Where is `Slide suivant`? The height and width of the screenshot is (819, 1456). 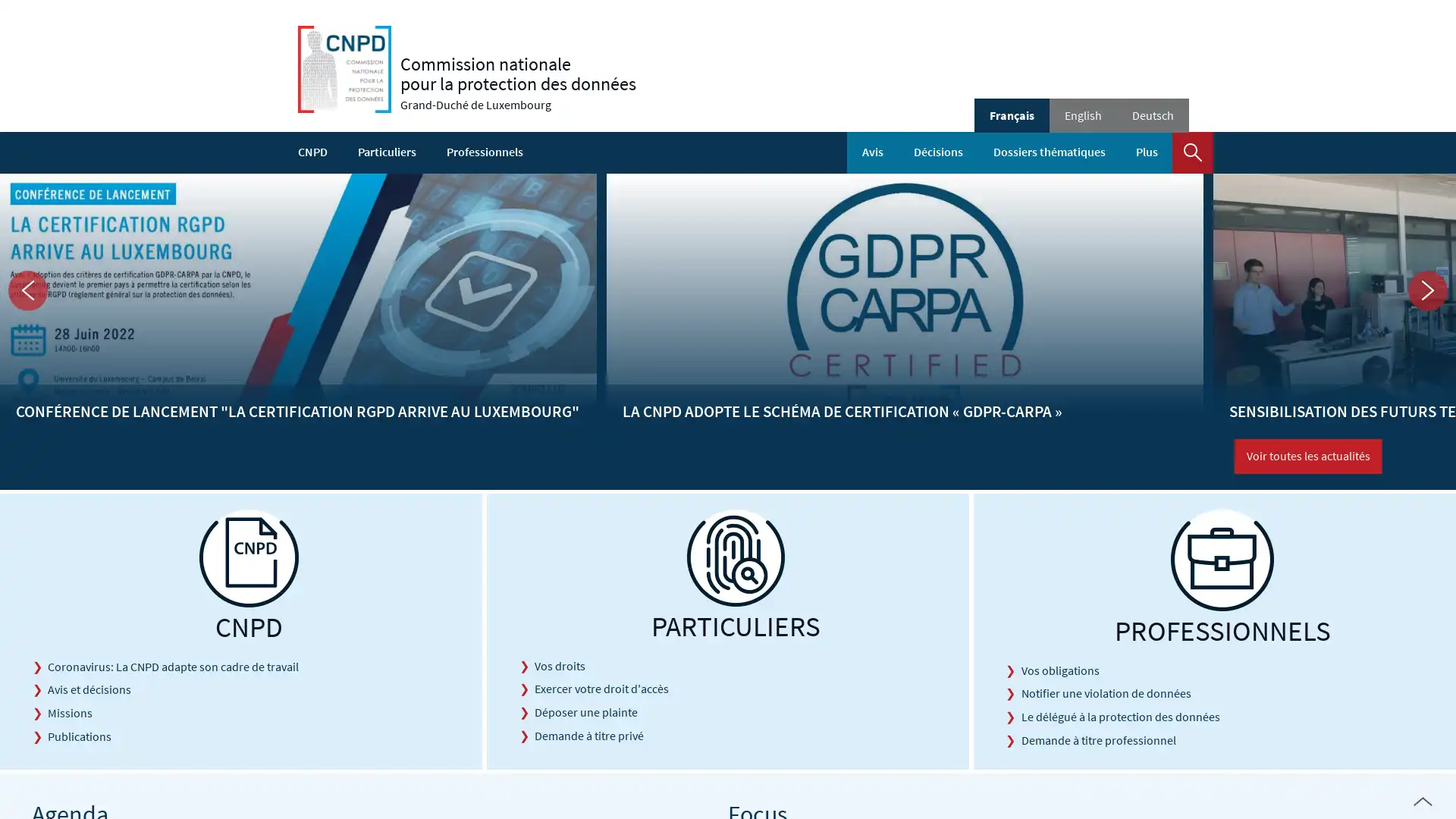 Slide suivant is located at coordinates (1426, 290).